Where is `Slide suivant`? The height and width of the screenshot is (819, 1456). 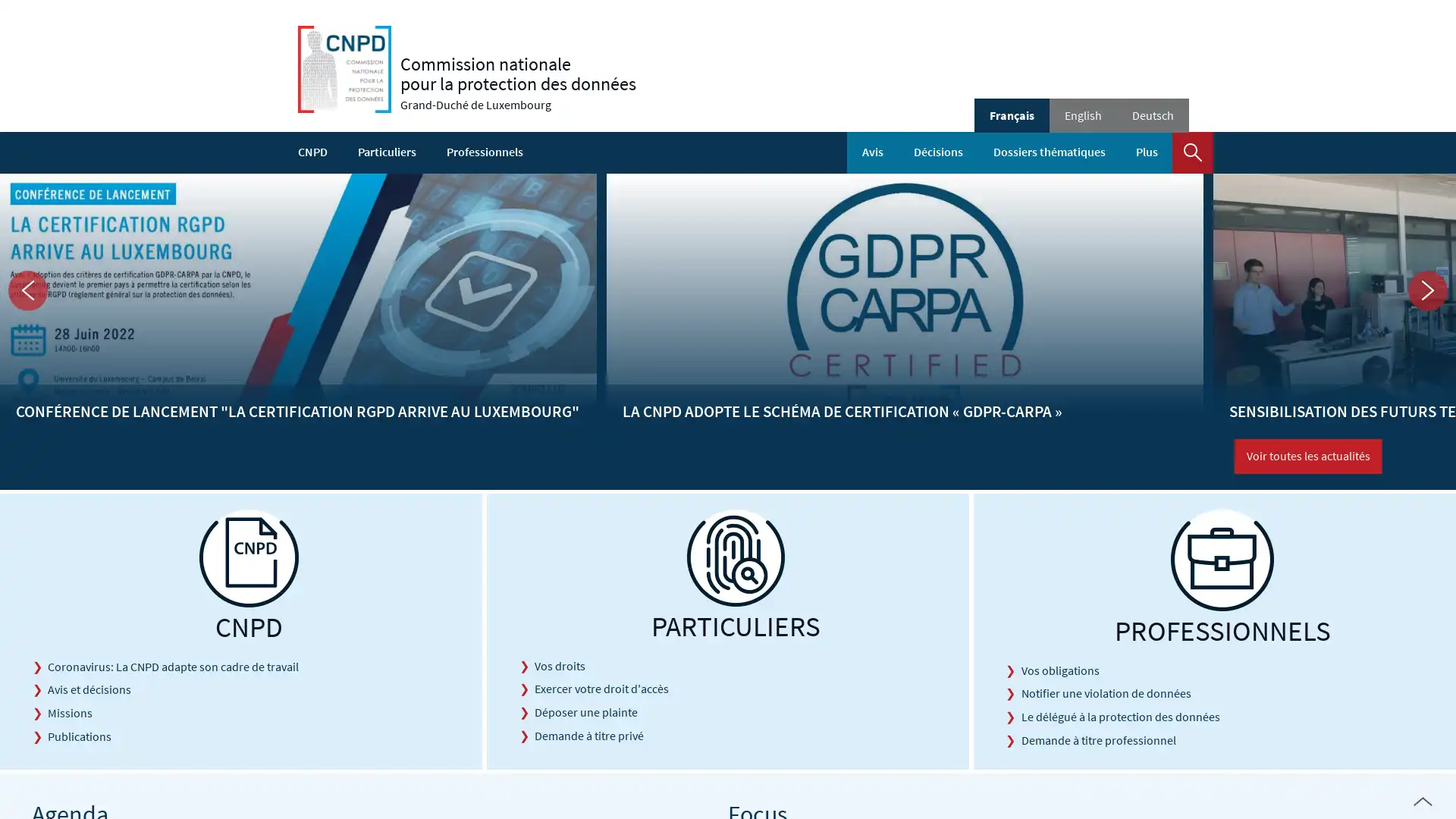 Slide suivant is located at coordinates (1426, 290).